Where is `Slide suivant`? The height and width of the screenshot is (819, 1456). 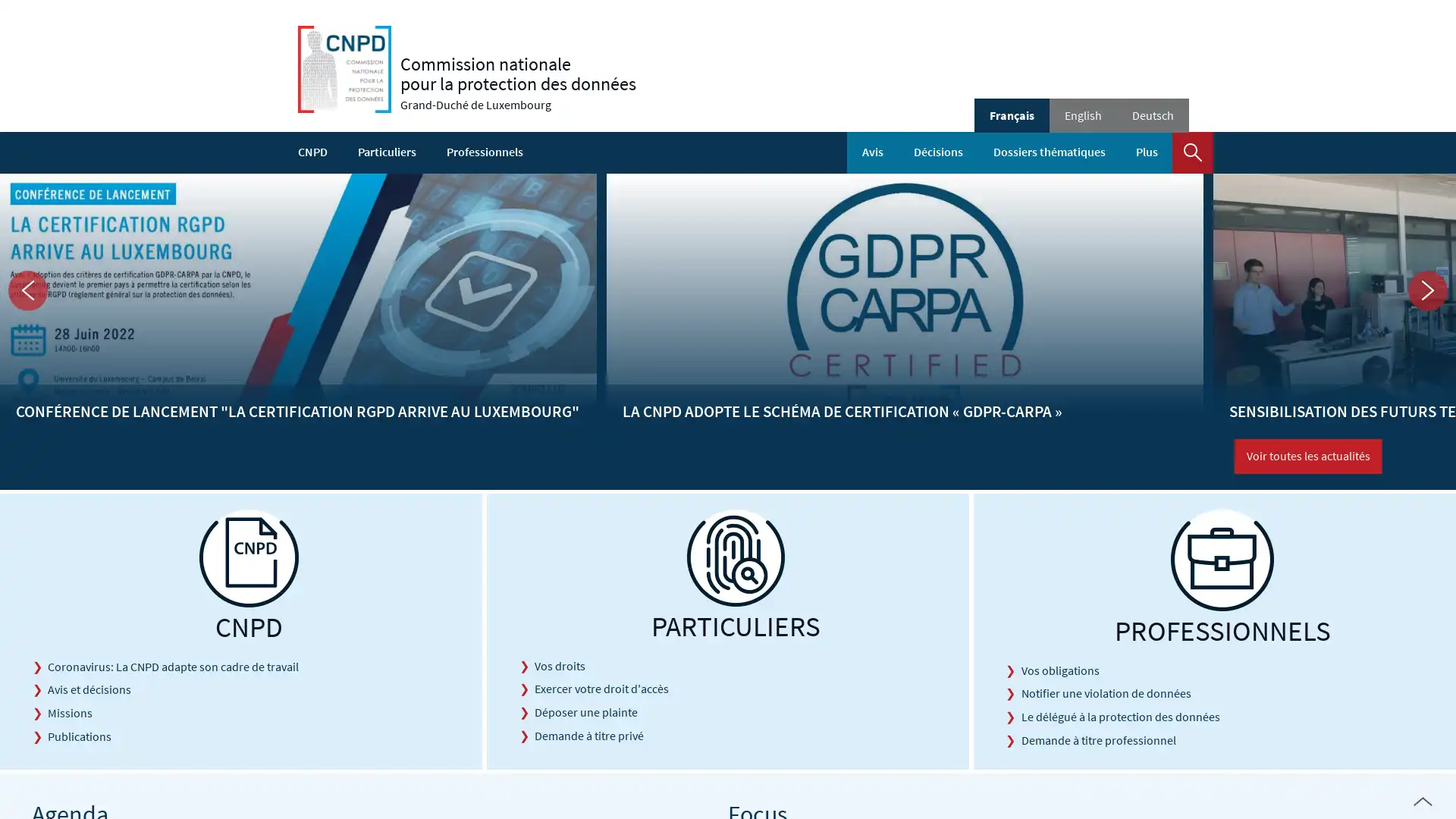 Slide suivant is located at coordinates (1426, 290).